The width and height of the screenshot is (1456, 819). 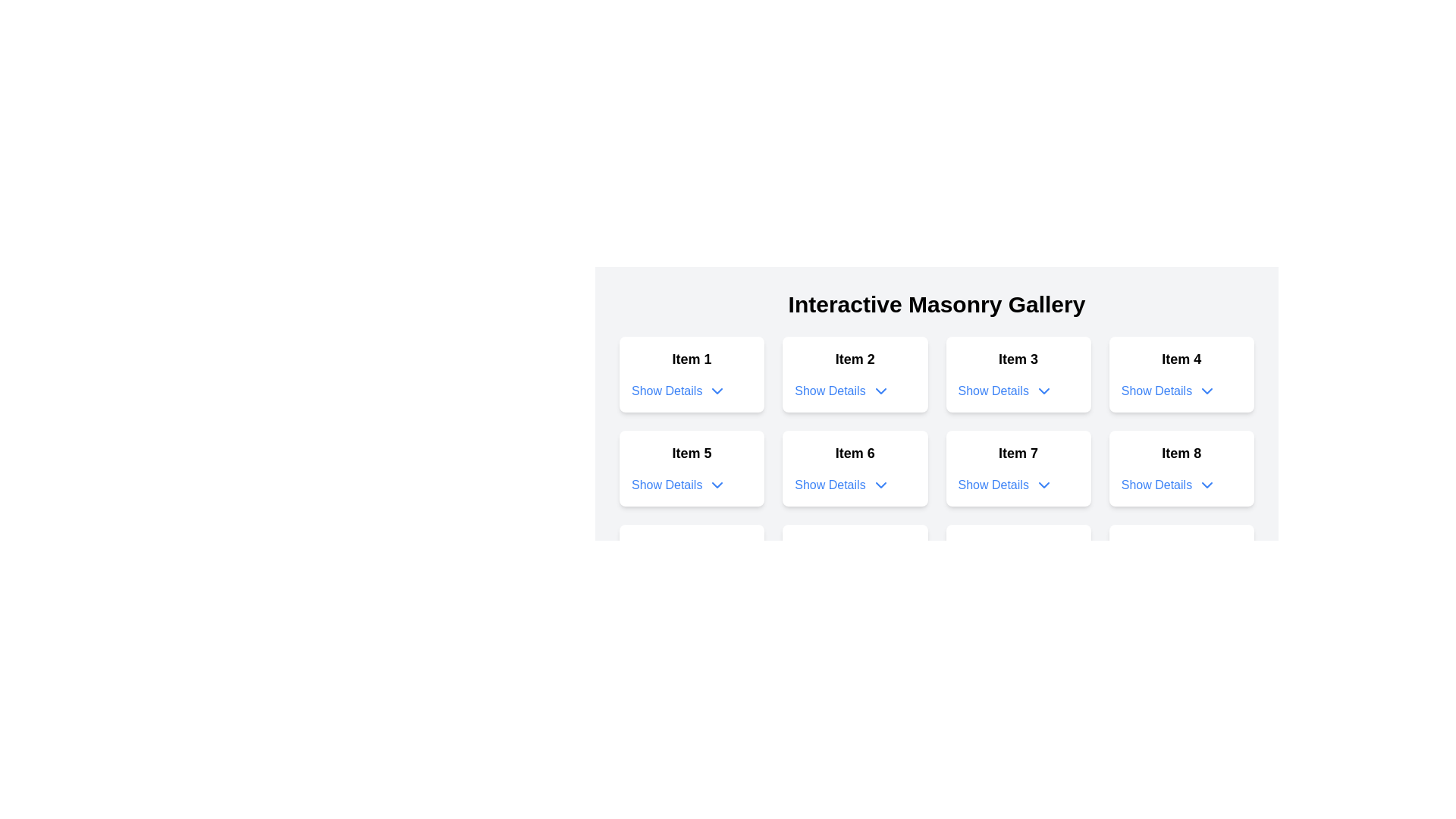 I want to click on the third 'Show Details' link in the grid, located below 'Item 3', so click(x=993, y=391).